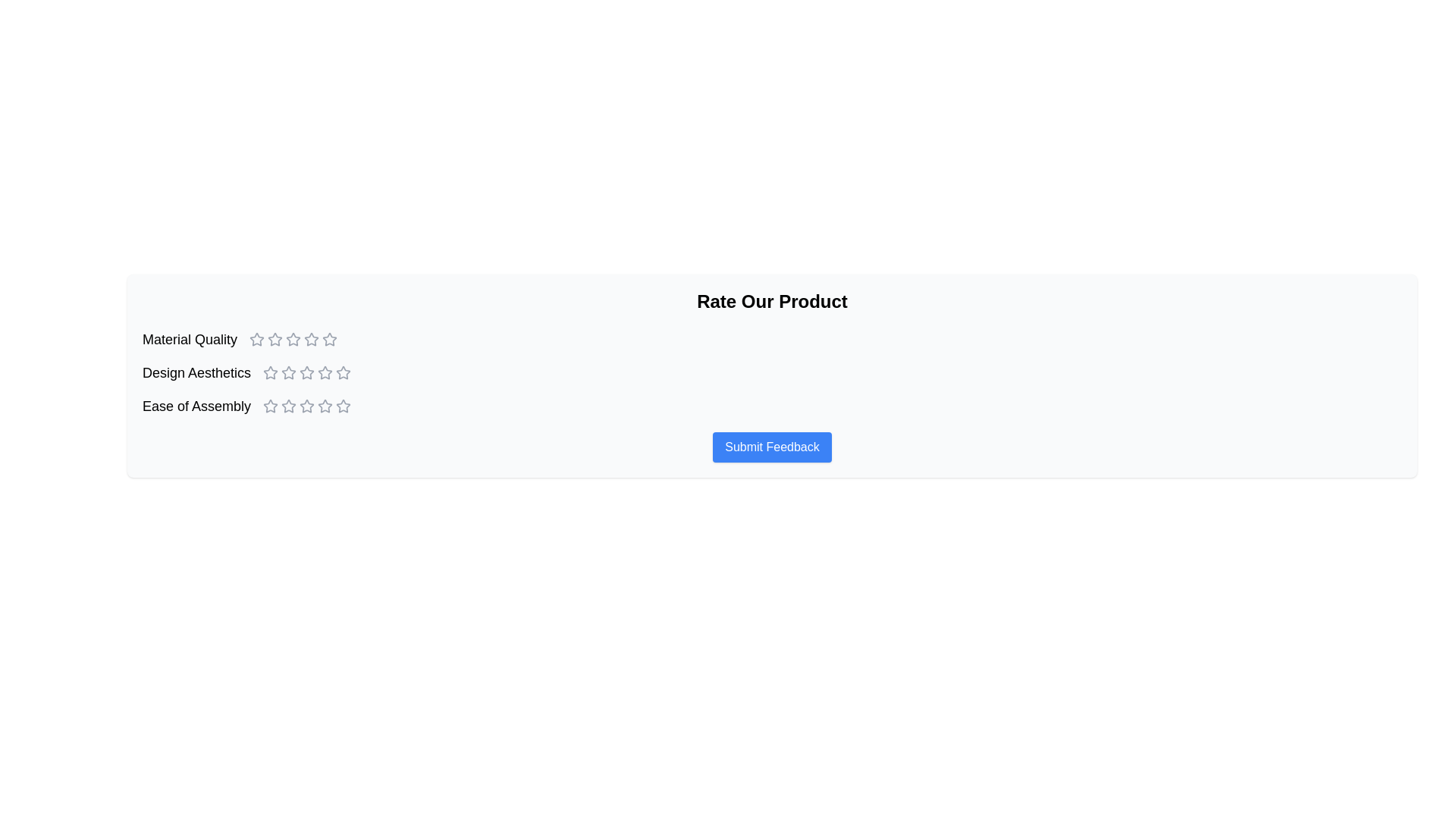  I want to click on the fourth rating star icon in the 'Material Quality' row, so click(329, 338).